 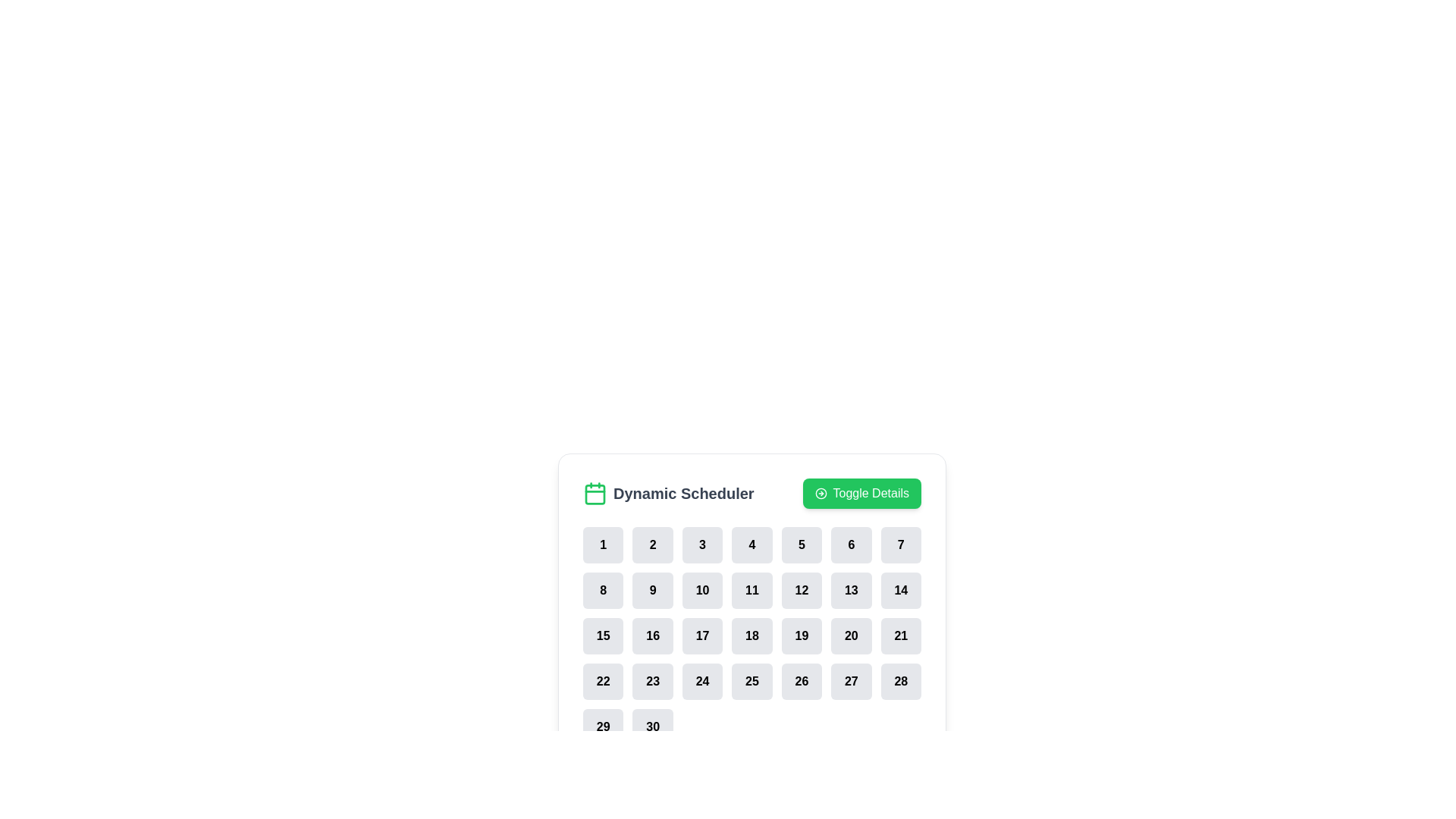 What do you see at coordinates (901, 680) in the screenshot?
I see `the button labeled '28', which is a rounded rectangular cell with a light gray background located in the last column of the fourth row in a 7-column grid layout` at bounding box center [901, 680].